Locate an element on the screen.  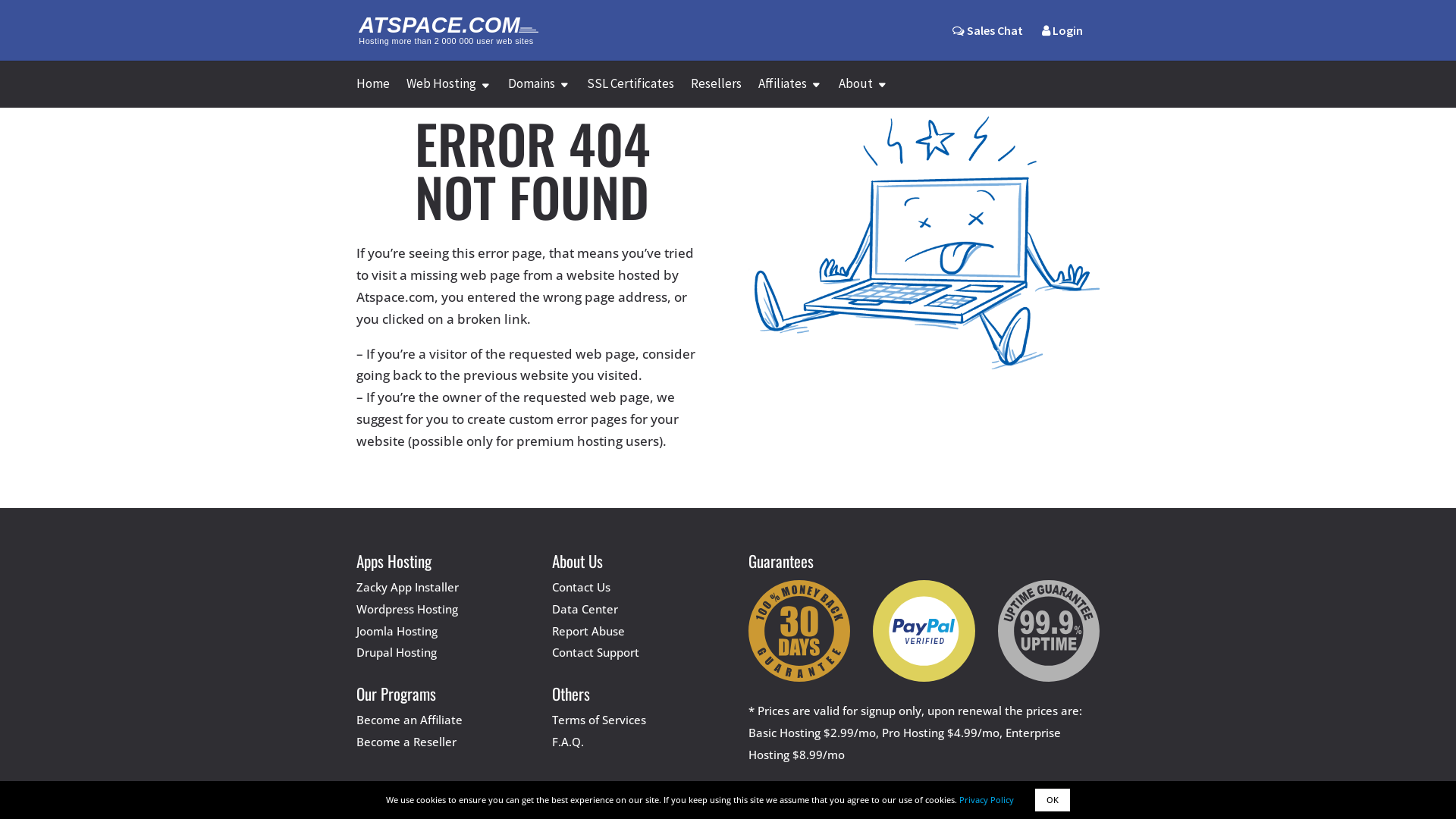
'Web Hosting' is located at coordinates (447, 93).